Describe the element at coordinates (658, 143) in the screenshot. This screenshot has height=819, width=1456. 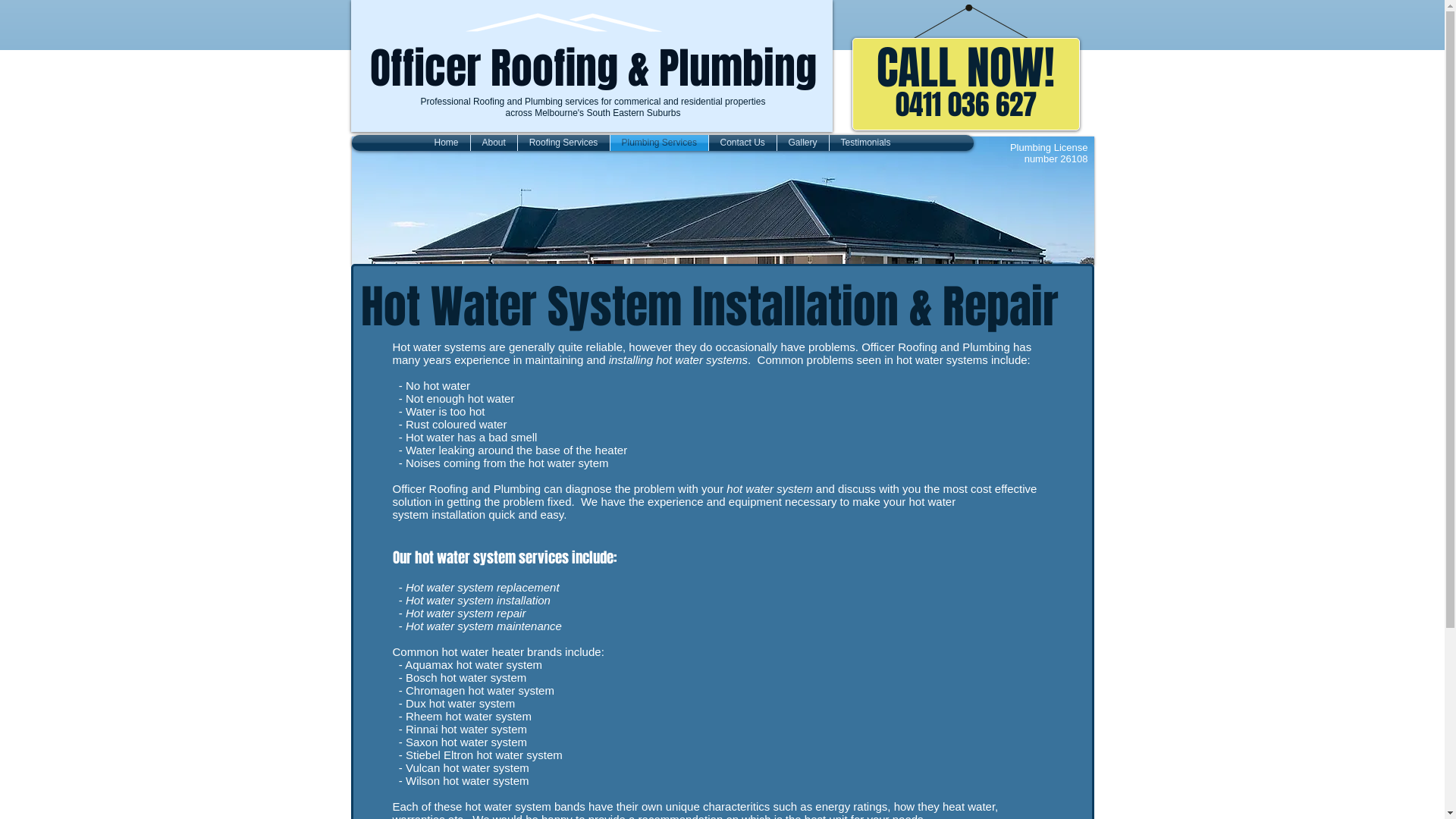
I see `'Plumbing Services'` at that location.